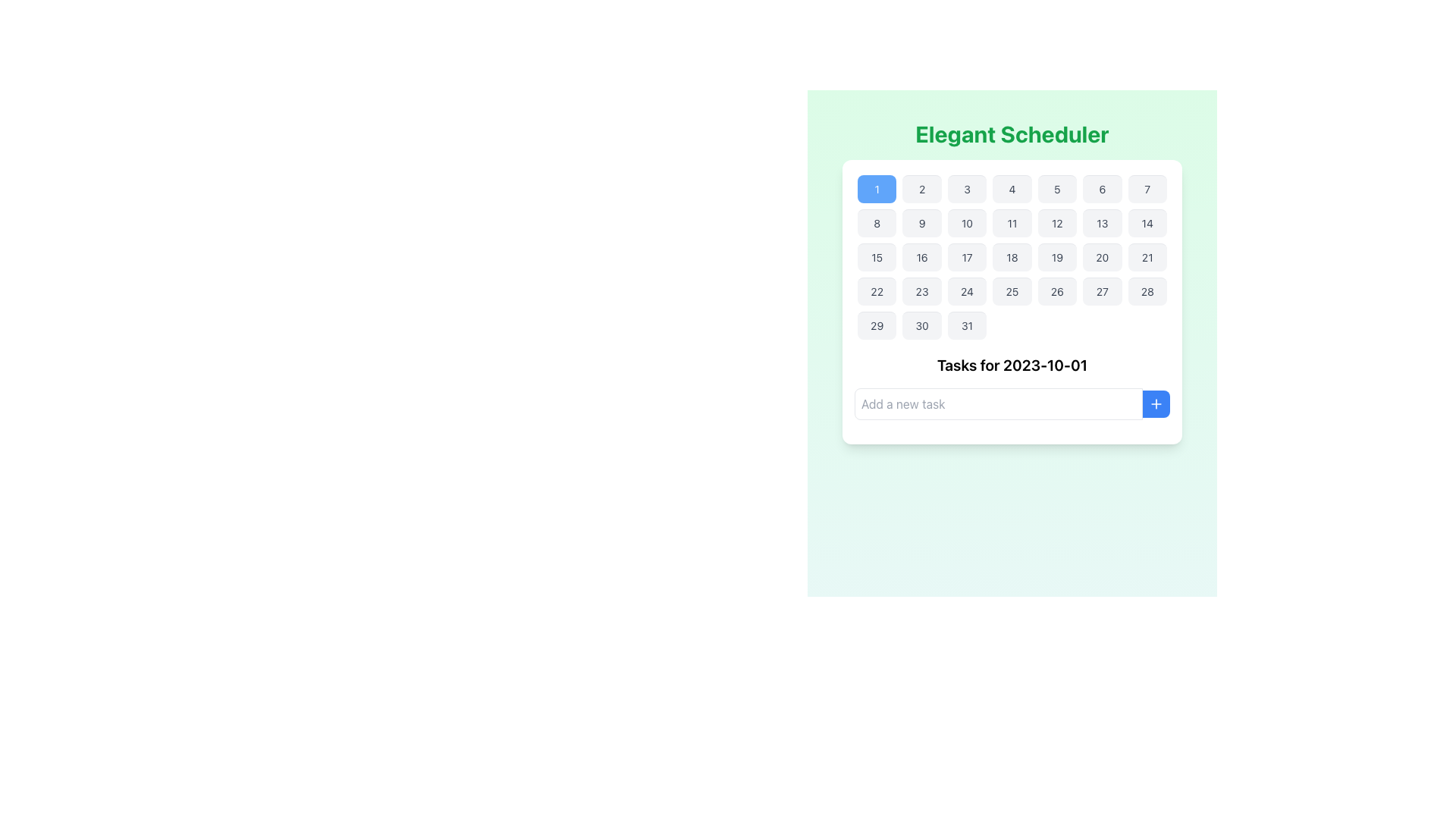  I want to click on the button representing the selectable date 20th, so click(1102, 256).